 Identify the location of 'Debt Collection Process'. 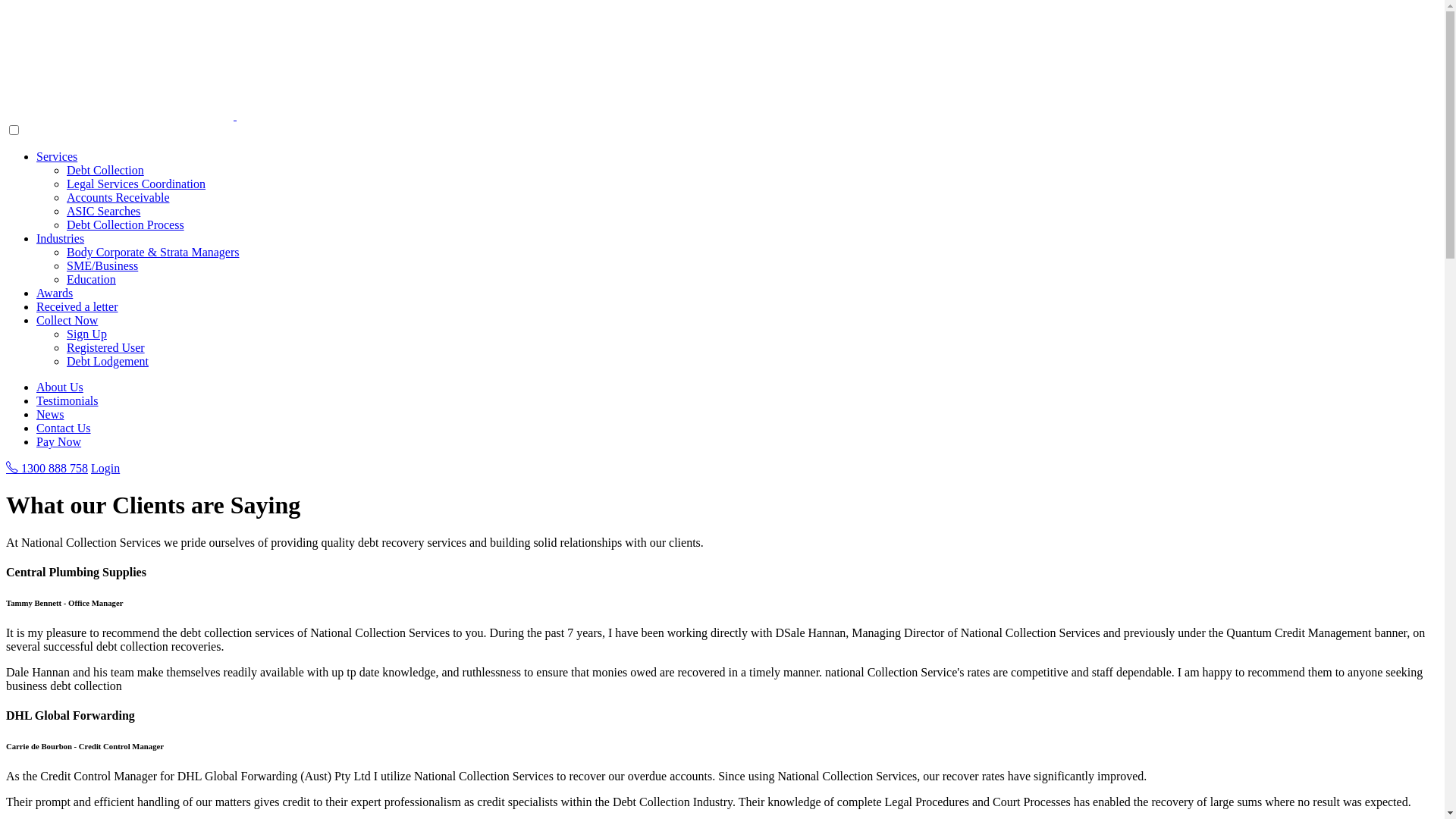
(125, 224).